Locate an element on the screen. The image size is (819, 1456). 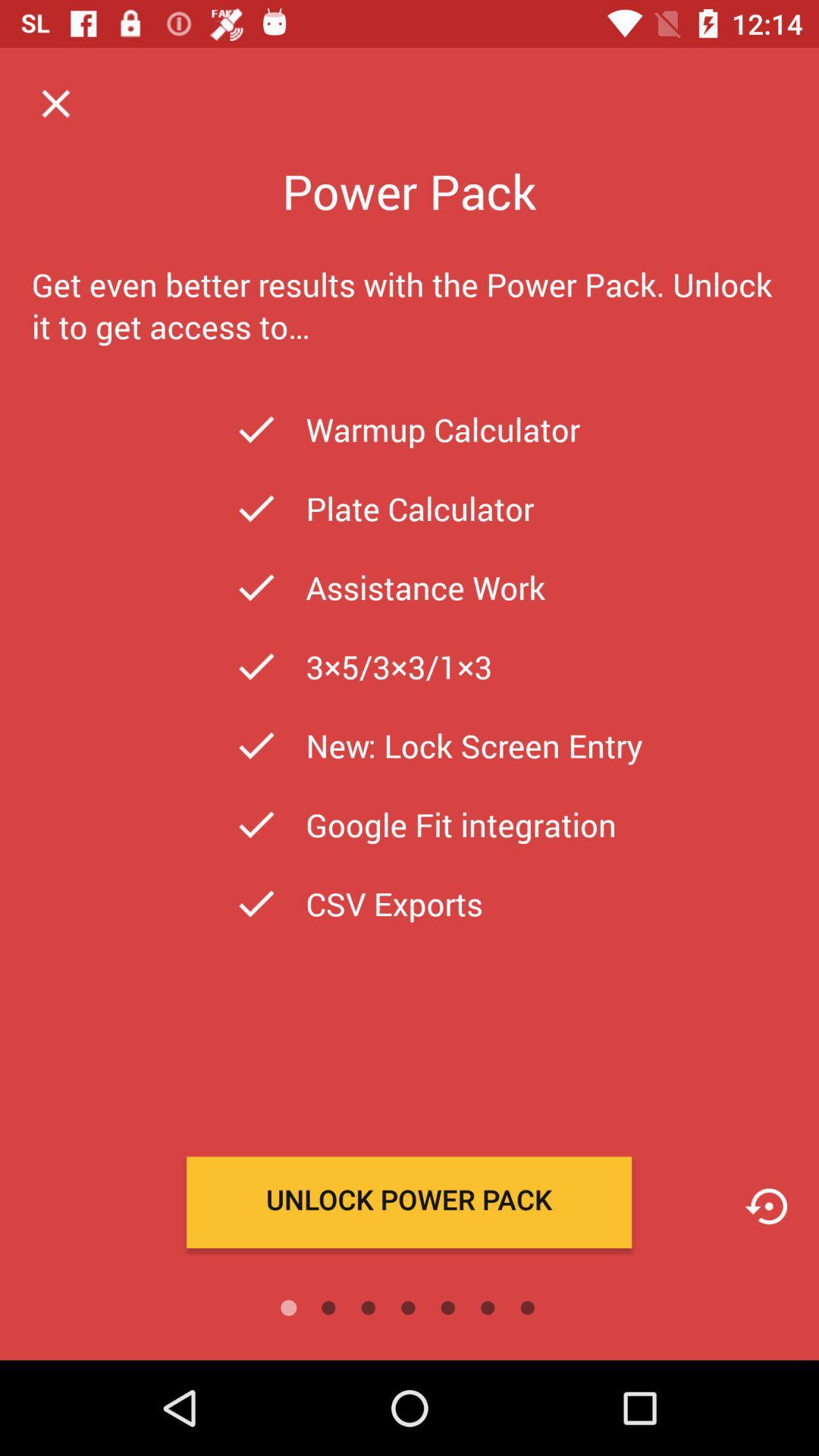
refresh button is located at coordinates (766, 1206).